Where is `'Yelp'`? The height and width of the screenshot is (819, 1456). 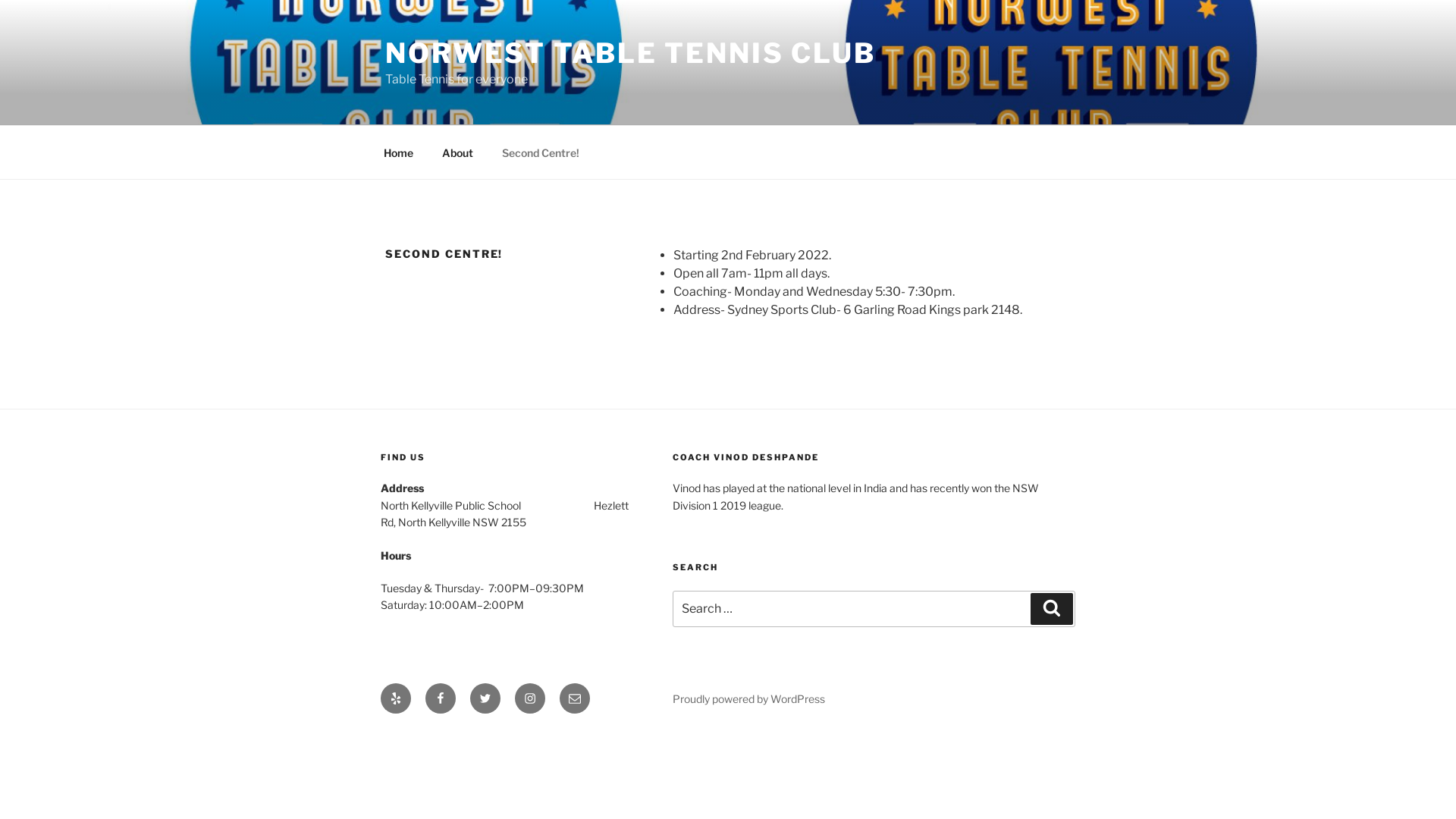
'Yelp' is located at coordinates (396, 698).